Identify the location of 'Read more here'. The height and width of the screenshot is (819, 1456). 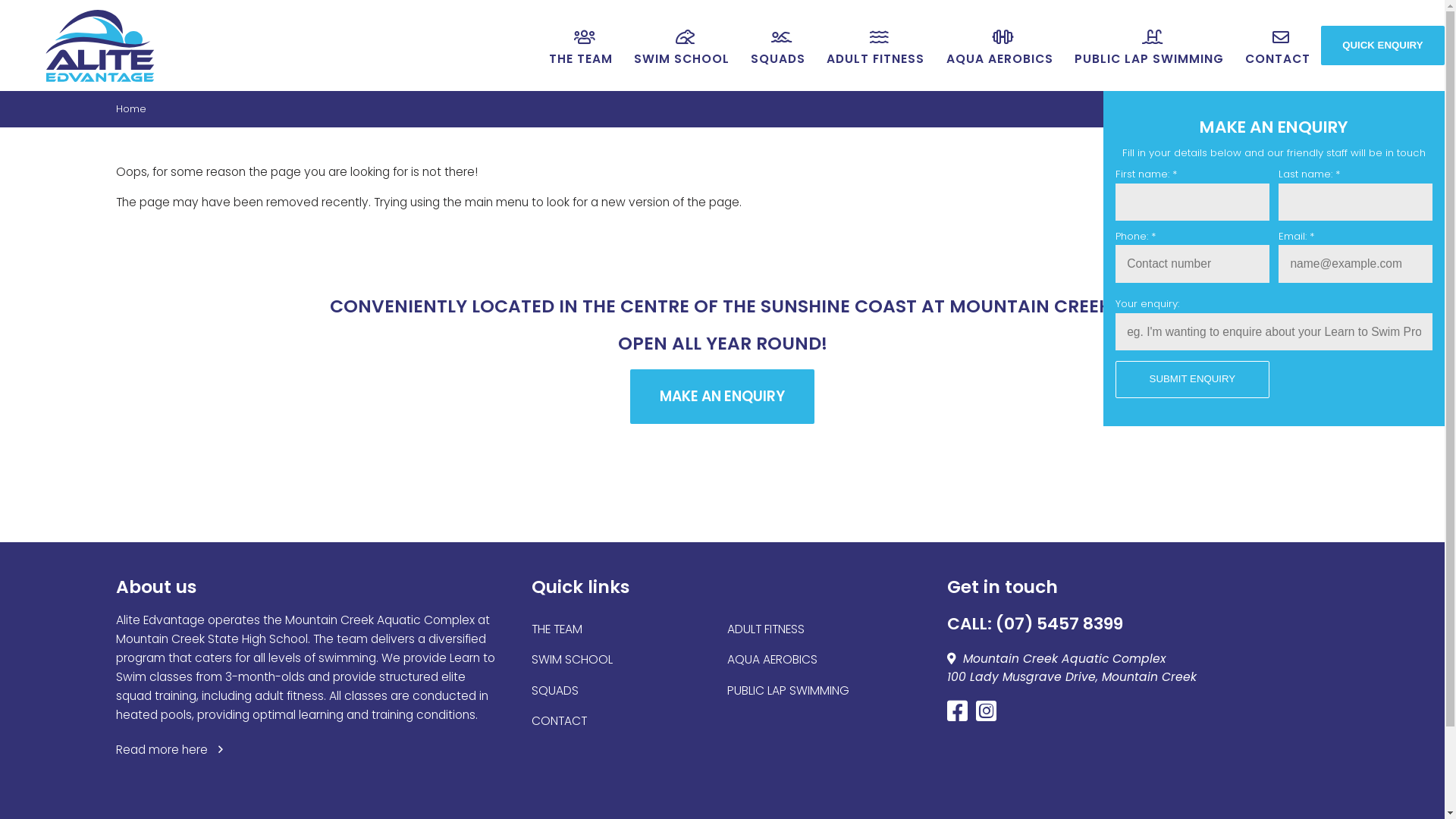
(170, 748).